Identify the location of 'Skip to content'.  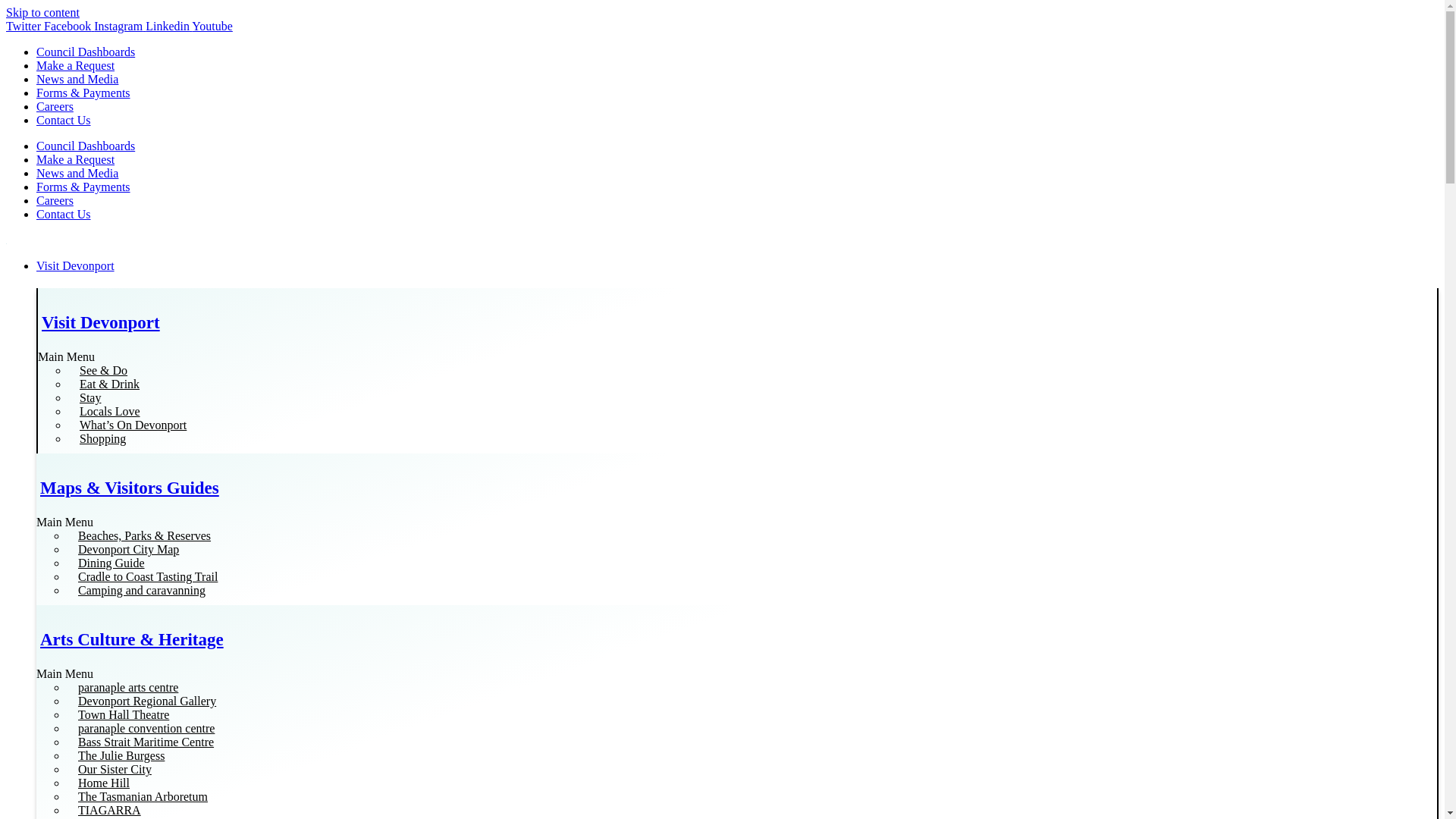
(6, 12).